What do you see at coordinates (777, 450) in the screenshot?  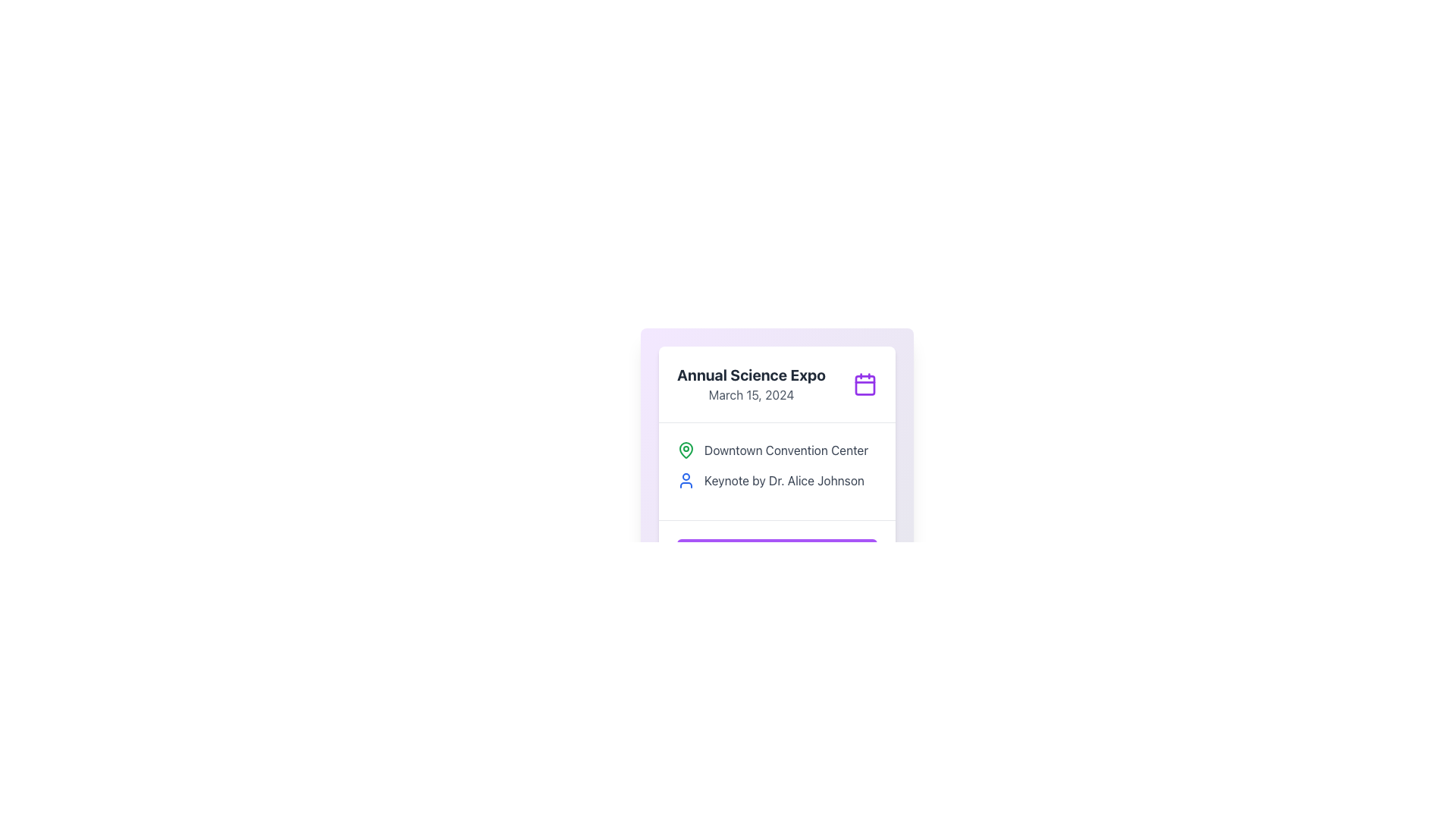 I see `the labeled information display icon and text component located below the event title and above the keynote speaker section, which serves to inform users about the venue or location of the event` at bounding box center [777, 450].